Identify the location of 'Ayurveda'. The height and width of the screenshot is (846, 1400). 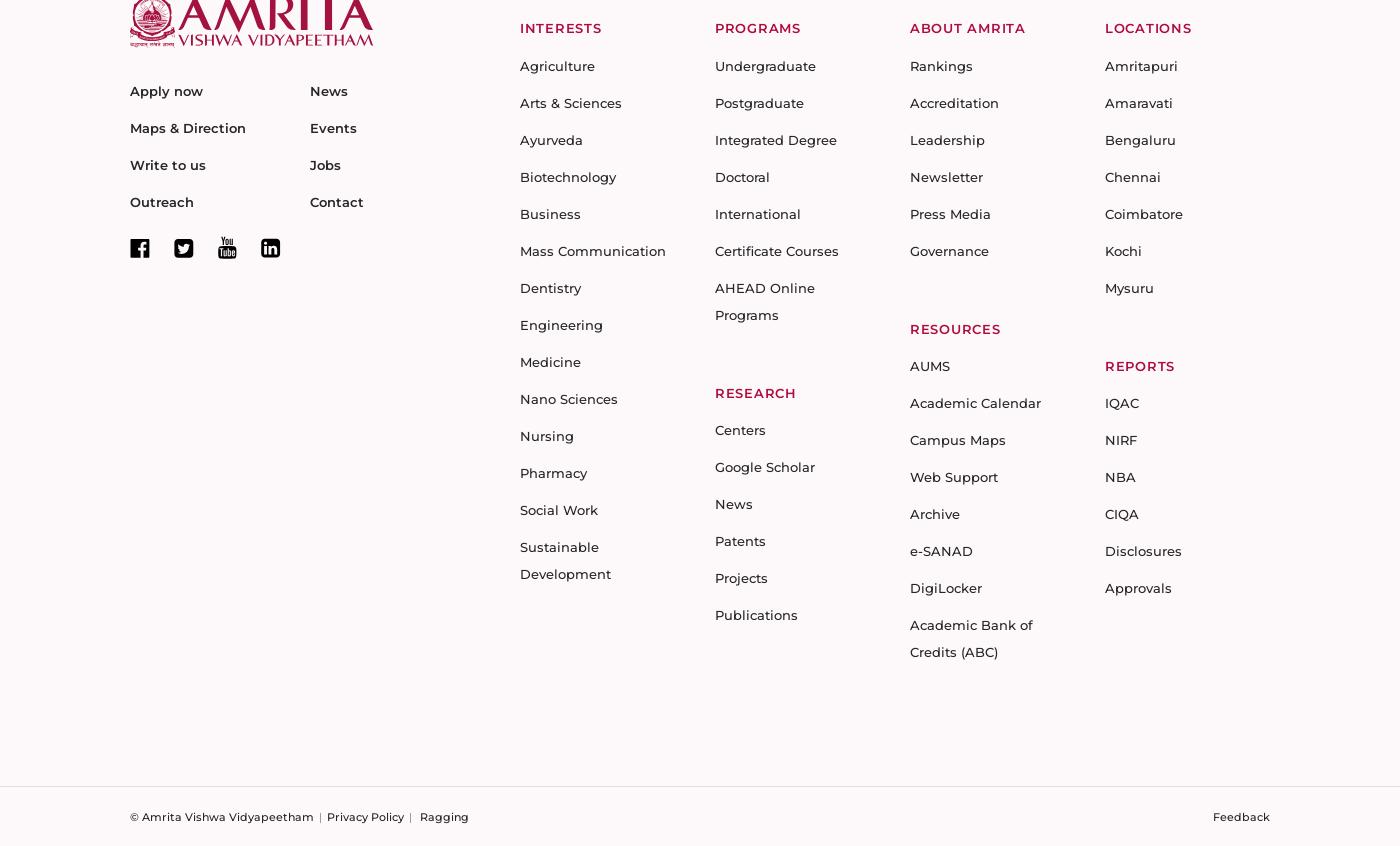
(551, 138).